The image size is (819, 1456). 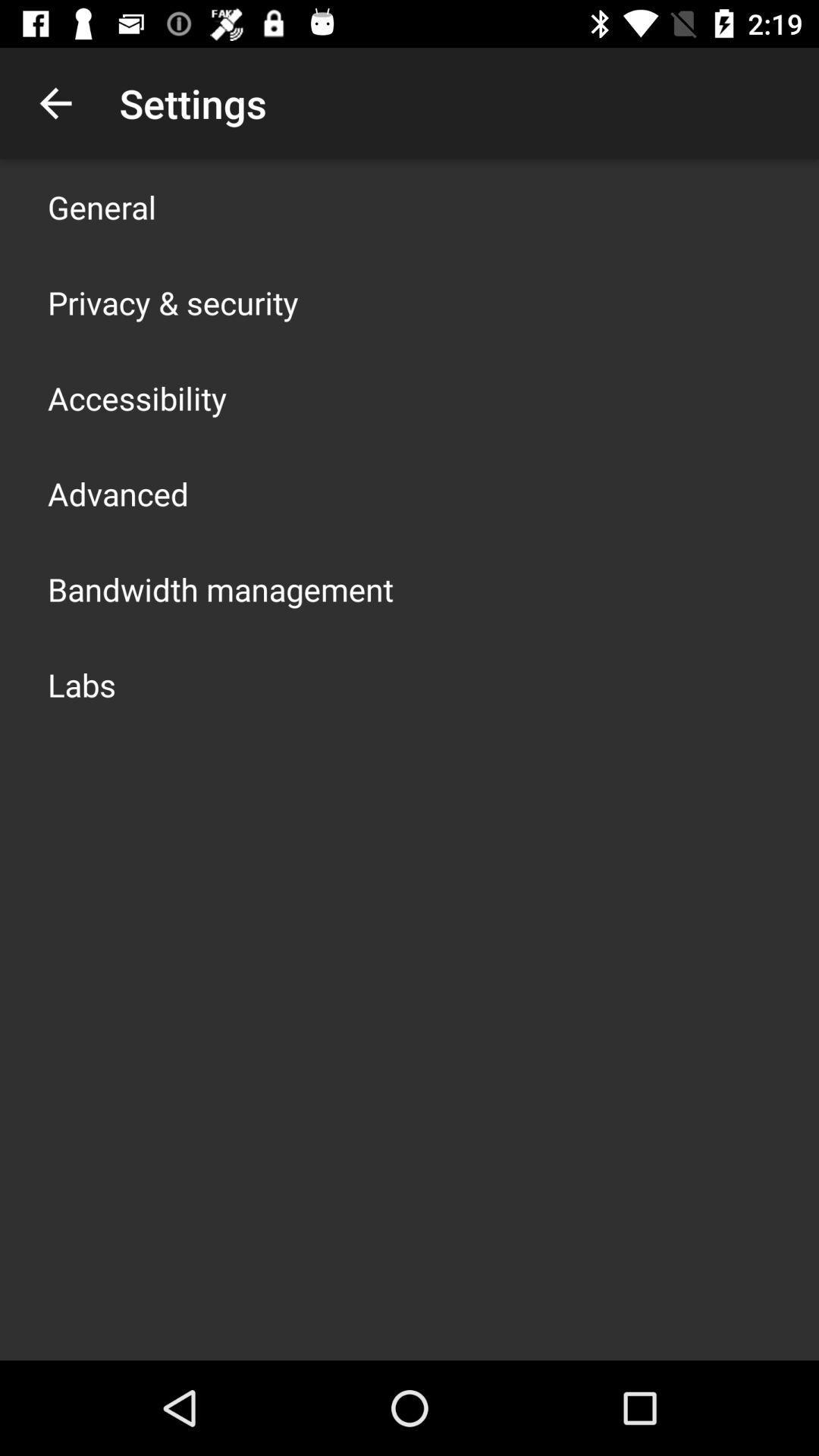 I want to click on the icon next to the settings item, so click(x=55, y=102).